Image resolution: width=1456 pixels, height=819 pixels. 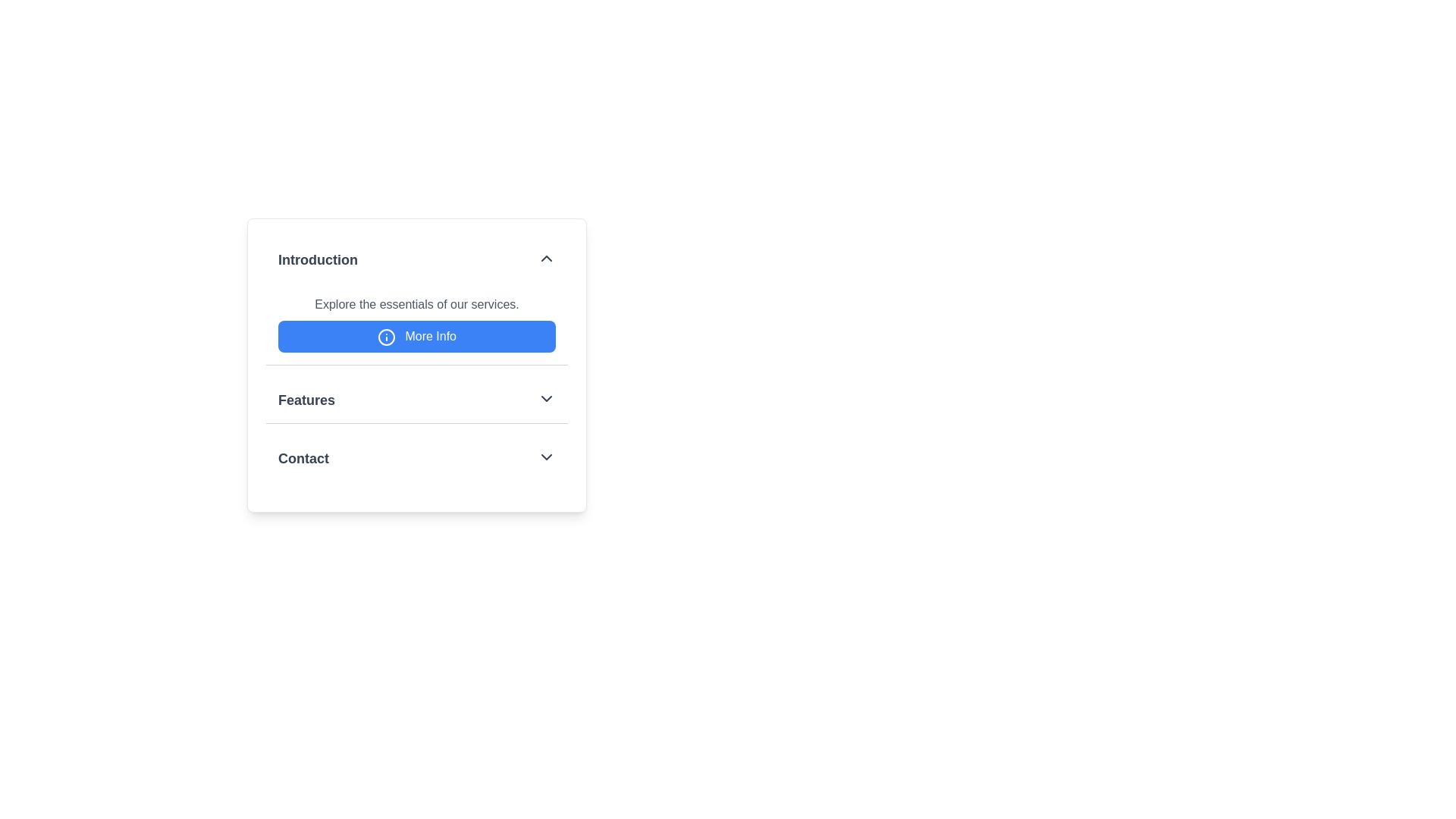 I want to click on descriptive text in the first section that introduces a topic or feature, which includes a 'More Info' button, so click(x=417, y=301).